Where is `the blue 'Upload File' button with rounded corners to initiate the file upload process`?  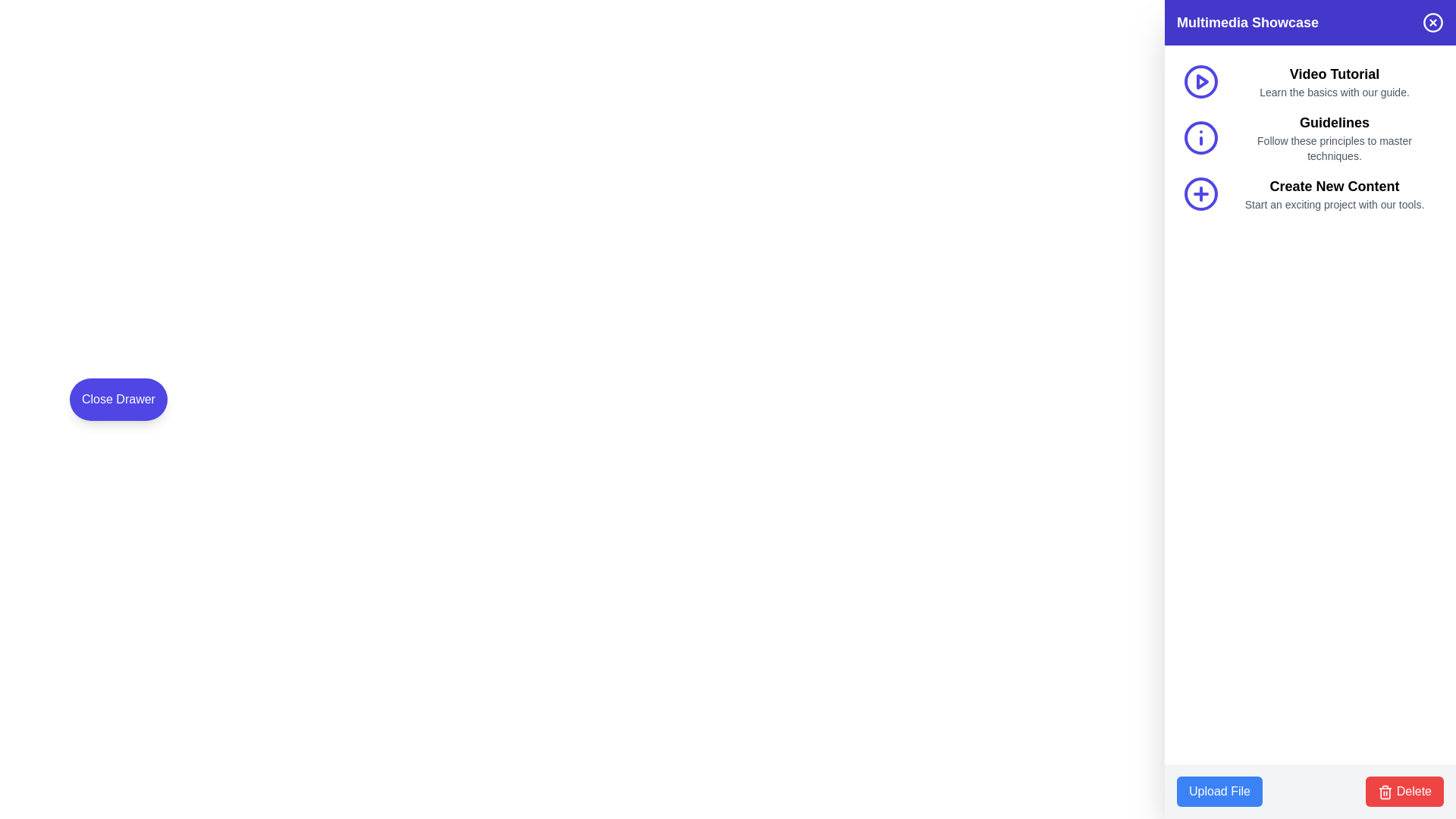
the blue 'Upload File' button with rounded corners to initiate the file upload process is located at coordinates (1219, 791).